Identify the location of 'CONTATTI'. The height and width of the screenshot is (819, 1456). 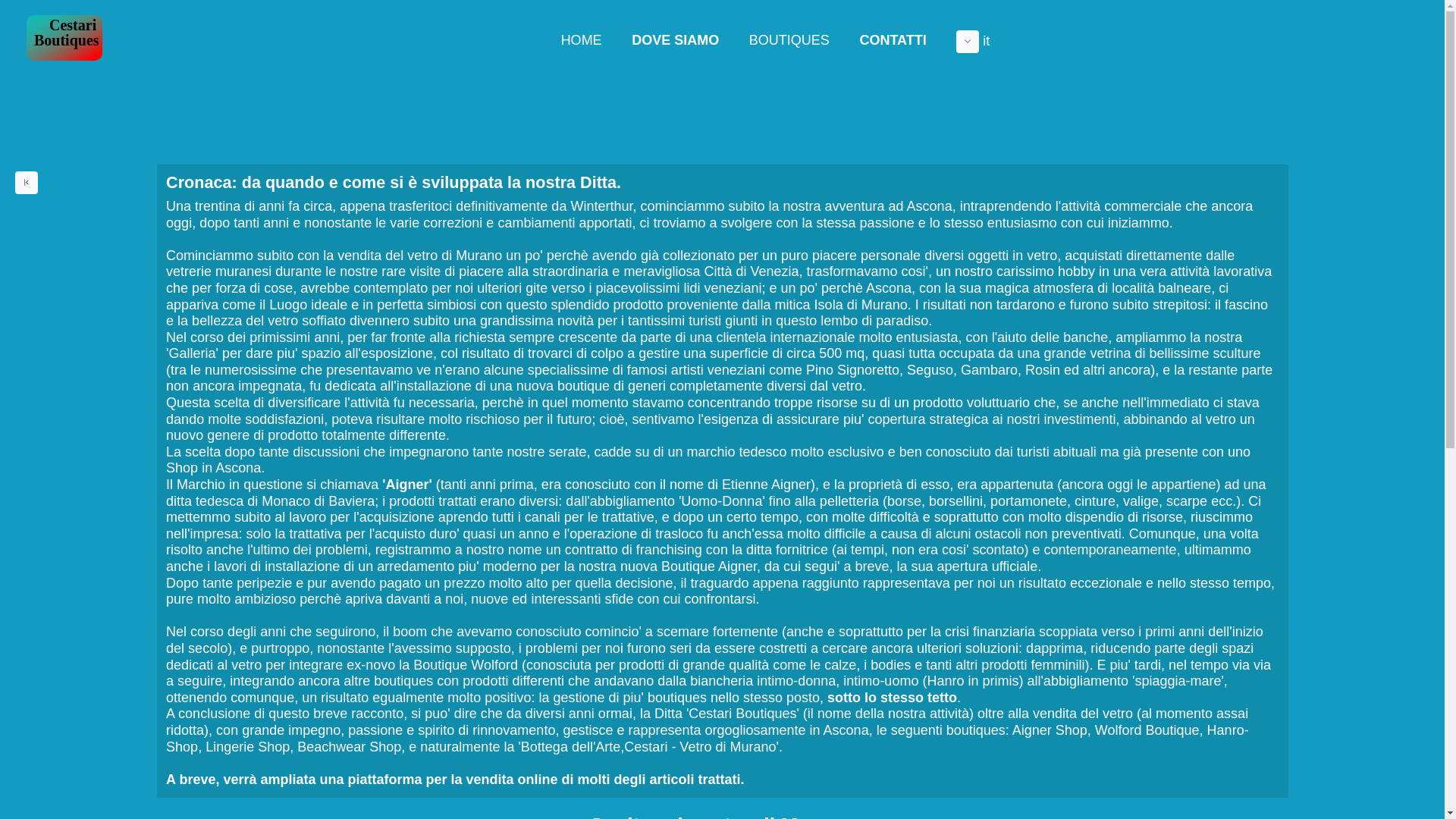
(843, 39).